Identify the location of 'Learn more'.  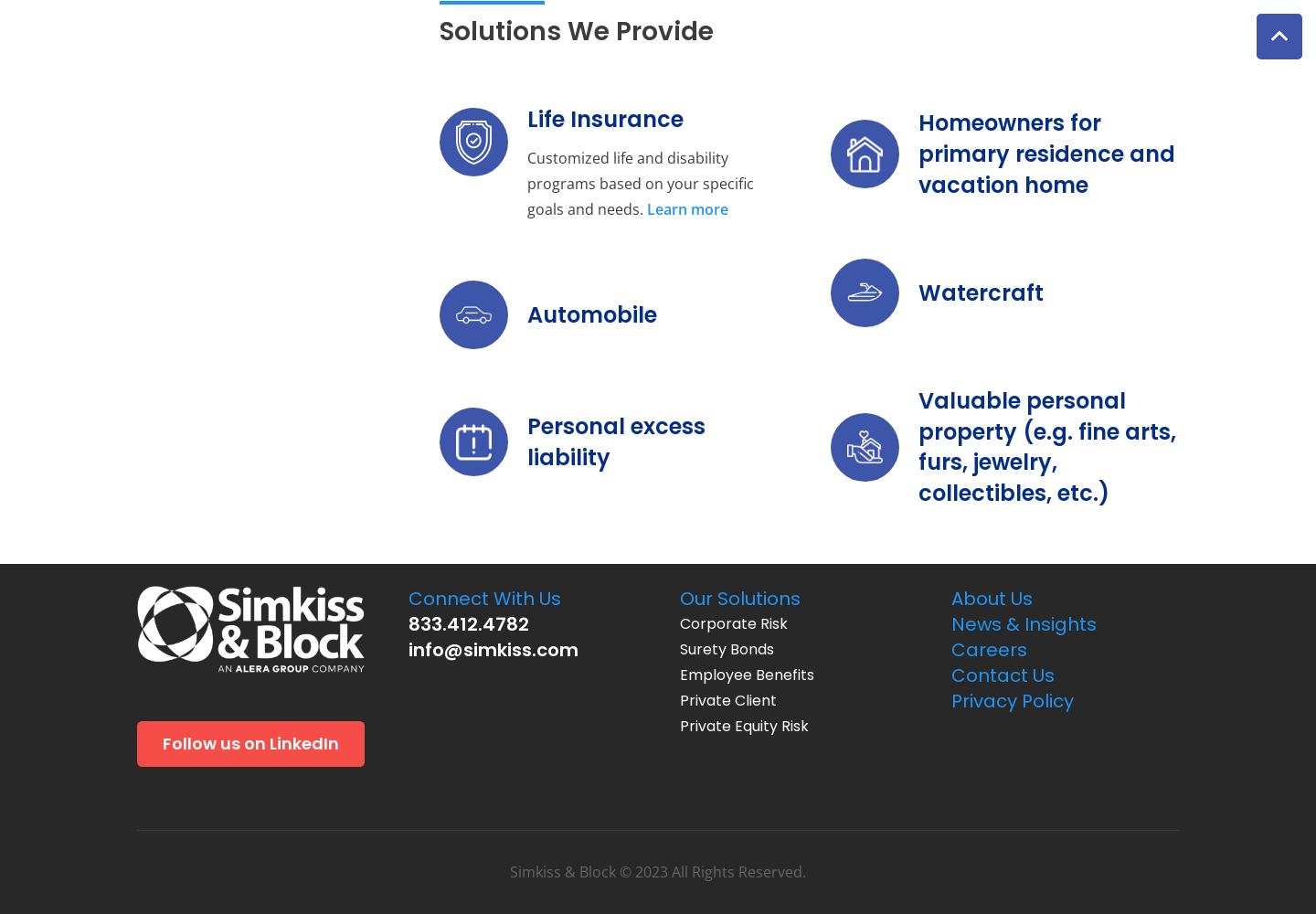
(685, 208).